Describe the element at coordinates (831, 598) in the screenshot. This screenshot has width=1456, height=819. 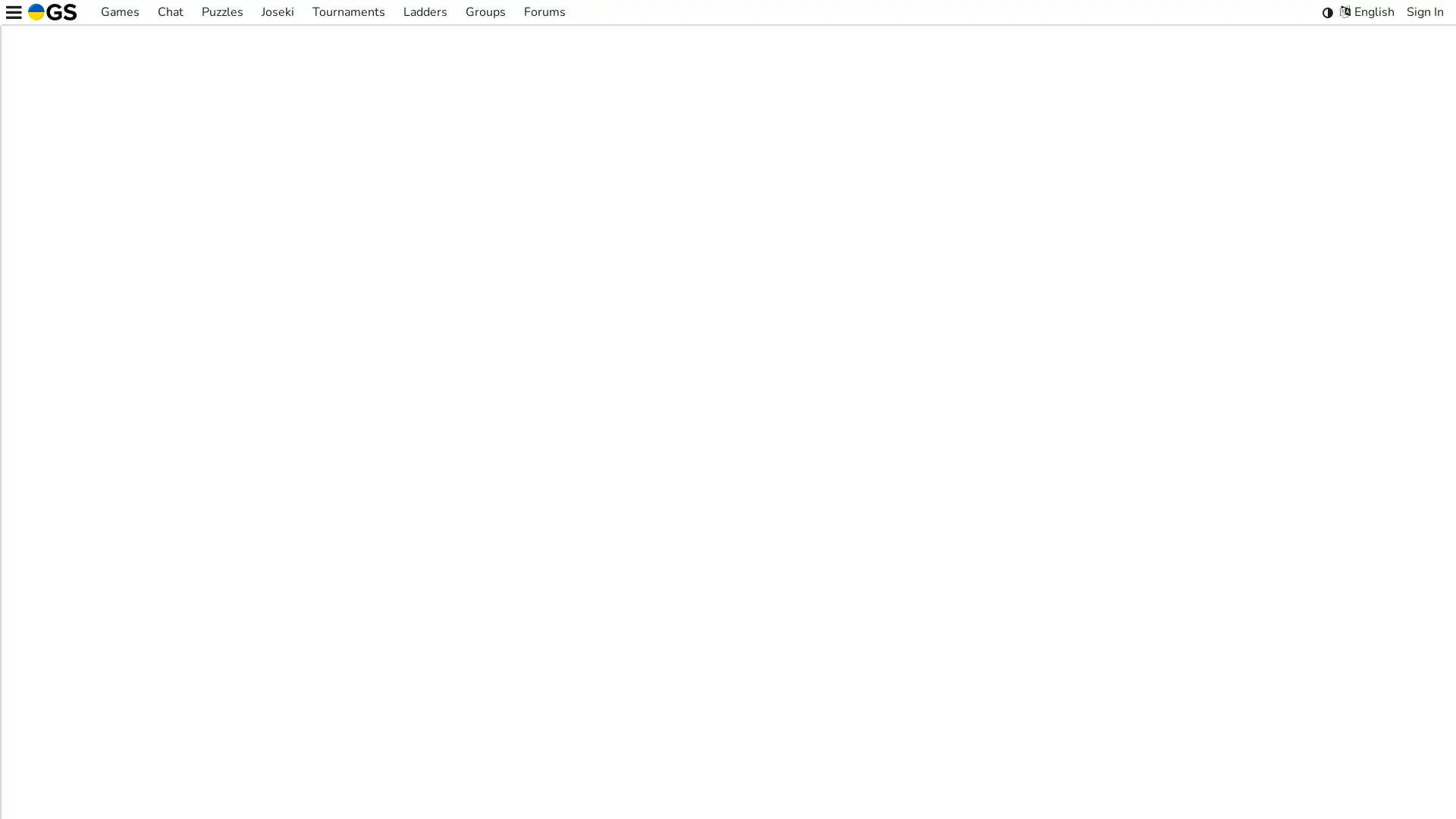
I see `Unranked` at that location.